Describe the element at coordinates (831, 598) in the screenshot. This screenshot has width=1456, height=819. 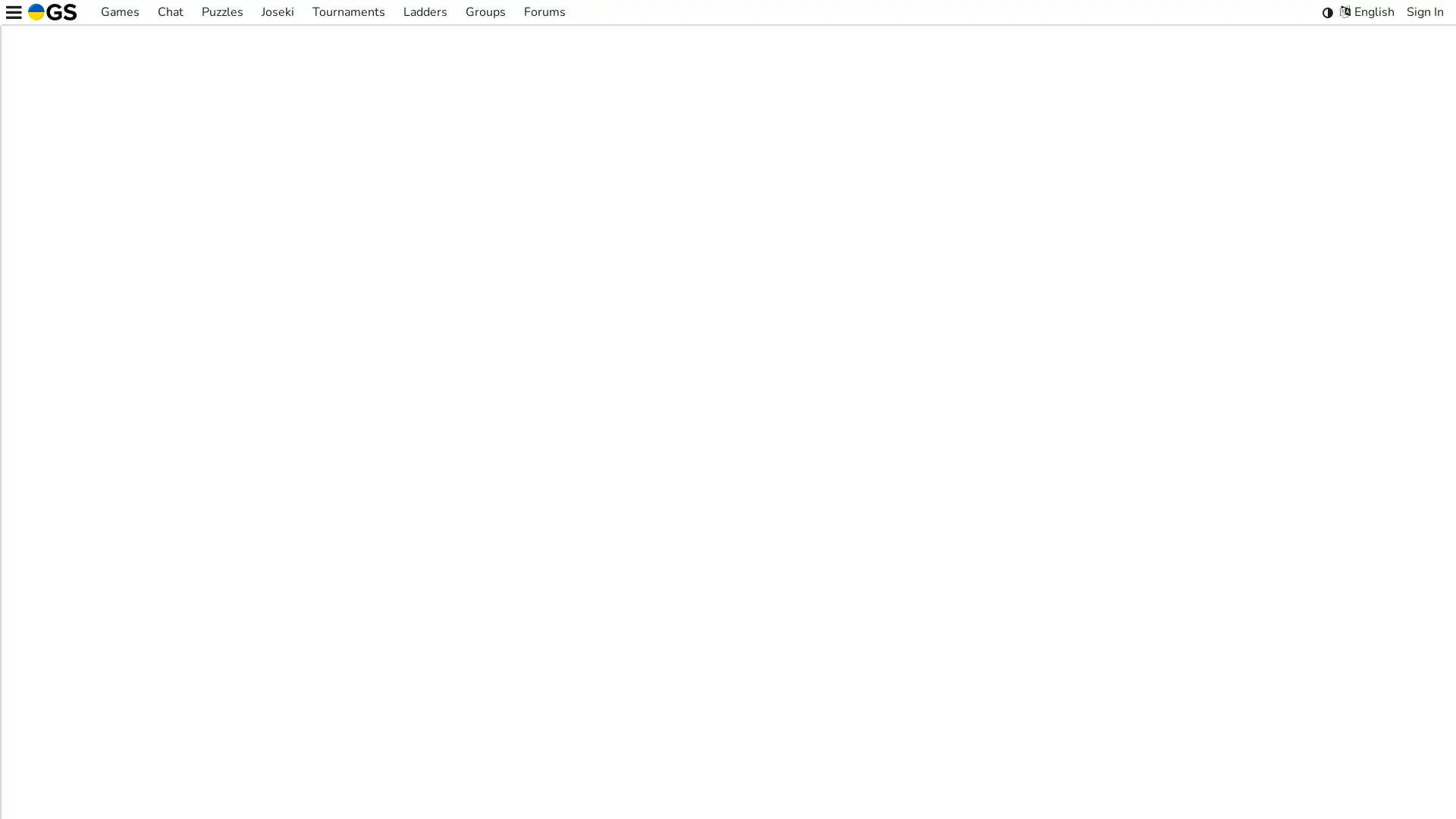
I see `Unranked` at that location.